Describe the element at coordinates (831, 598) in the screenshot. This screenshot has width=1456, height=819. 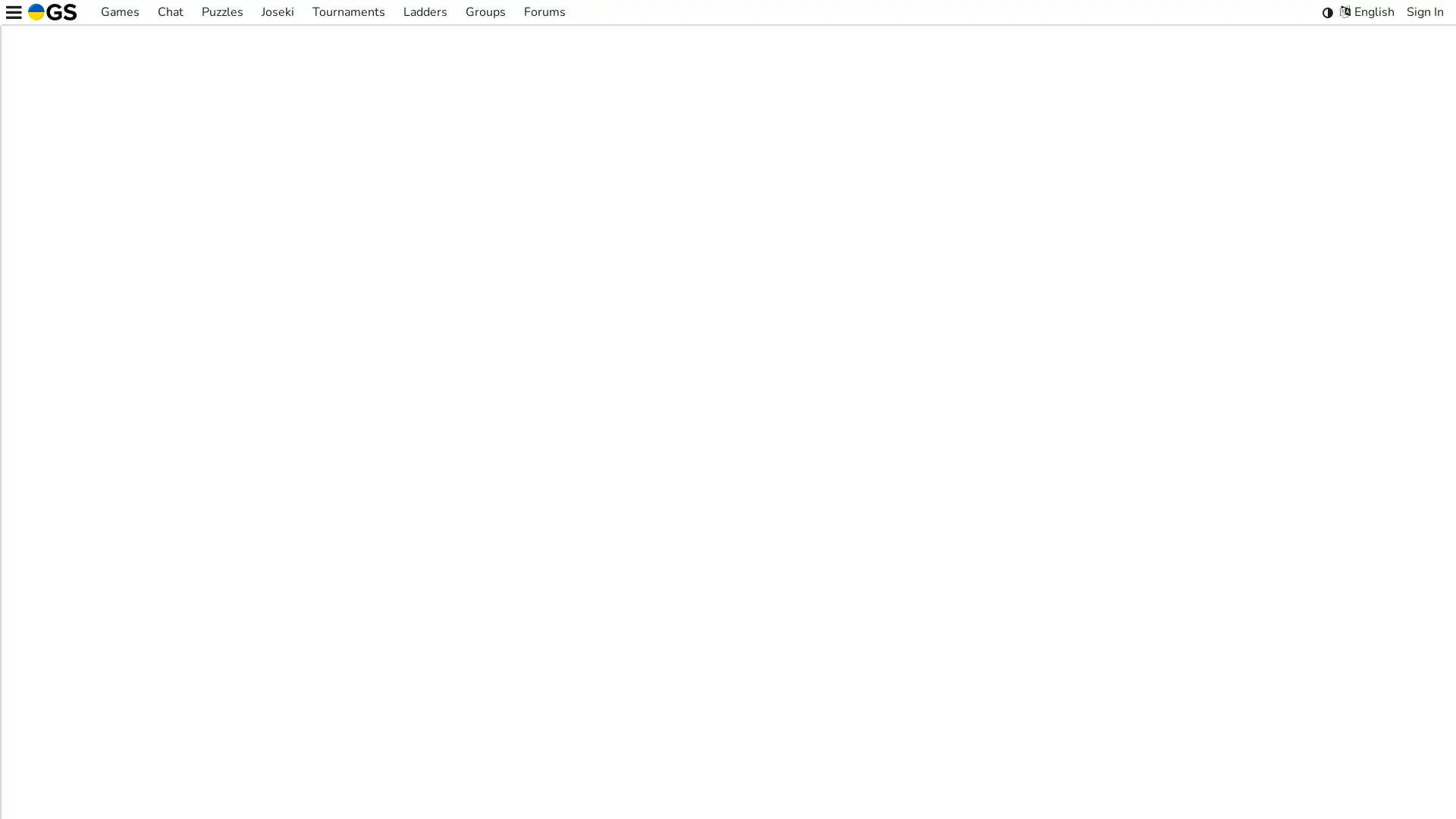
I see `Unranked` at that location.